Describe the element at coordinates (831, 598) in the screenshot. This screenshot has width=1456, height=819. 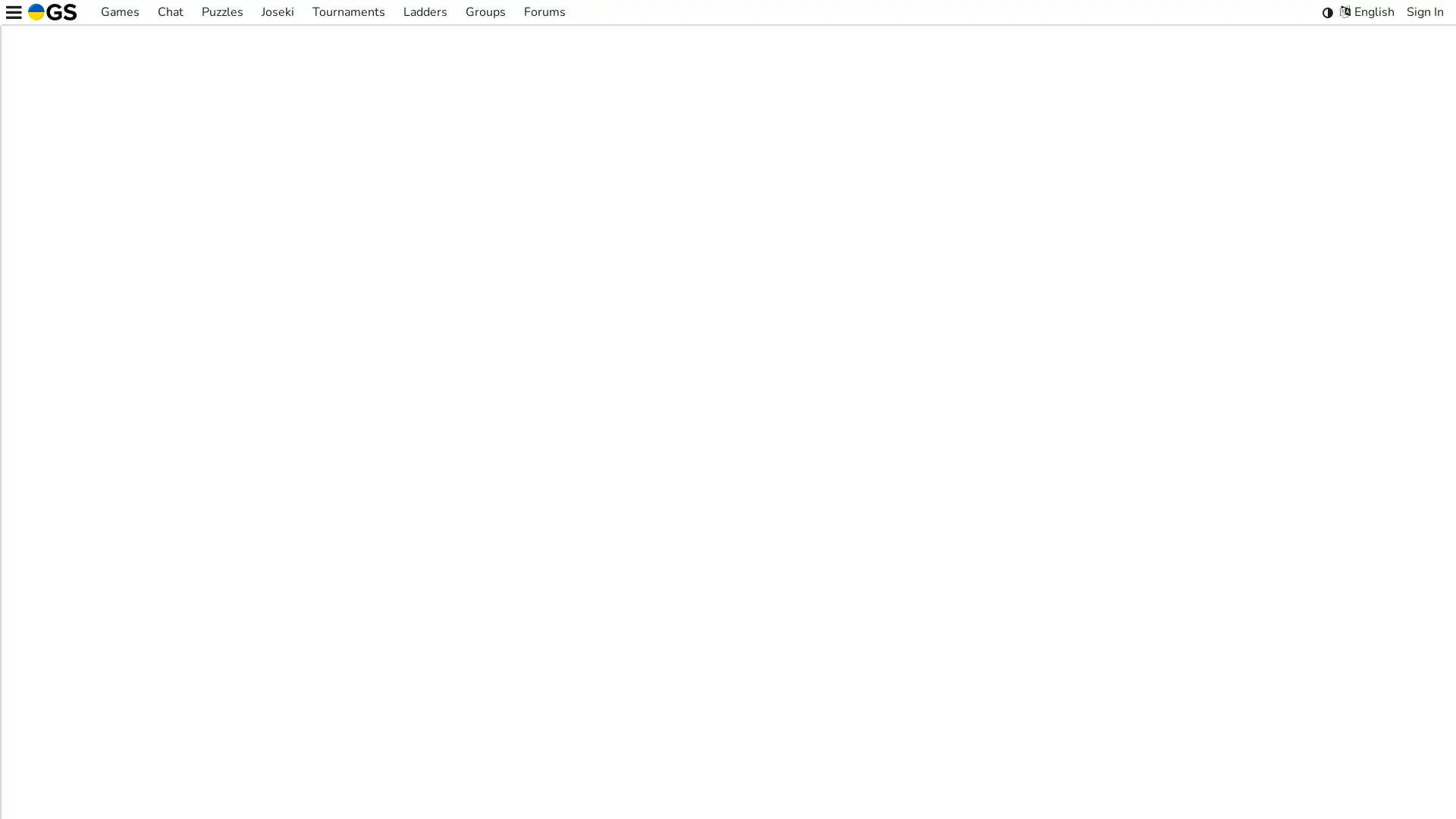
I see `Unranked` at that location.